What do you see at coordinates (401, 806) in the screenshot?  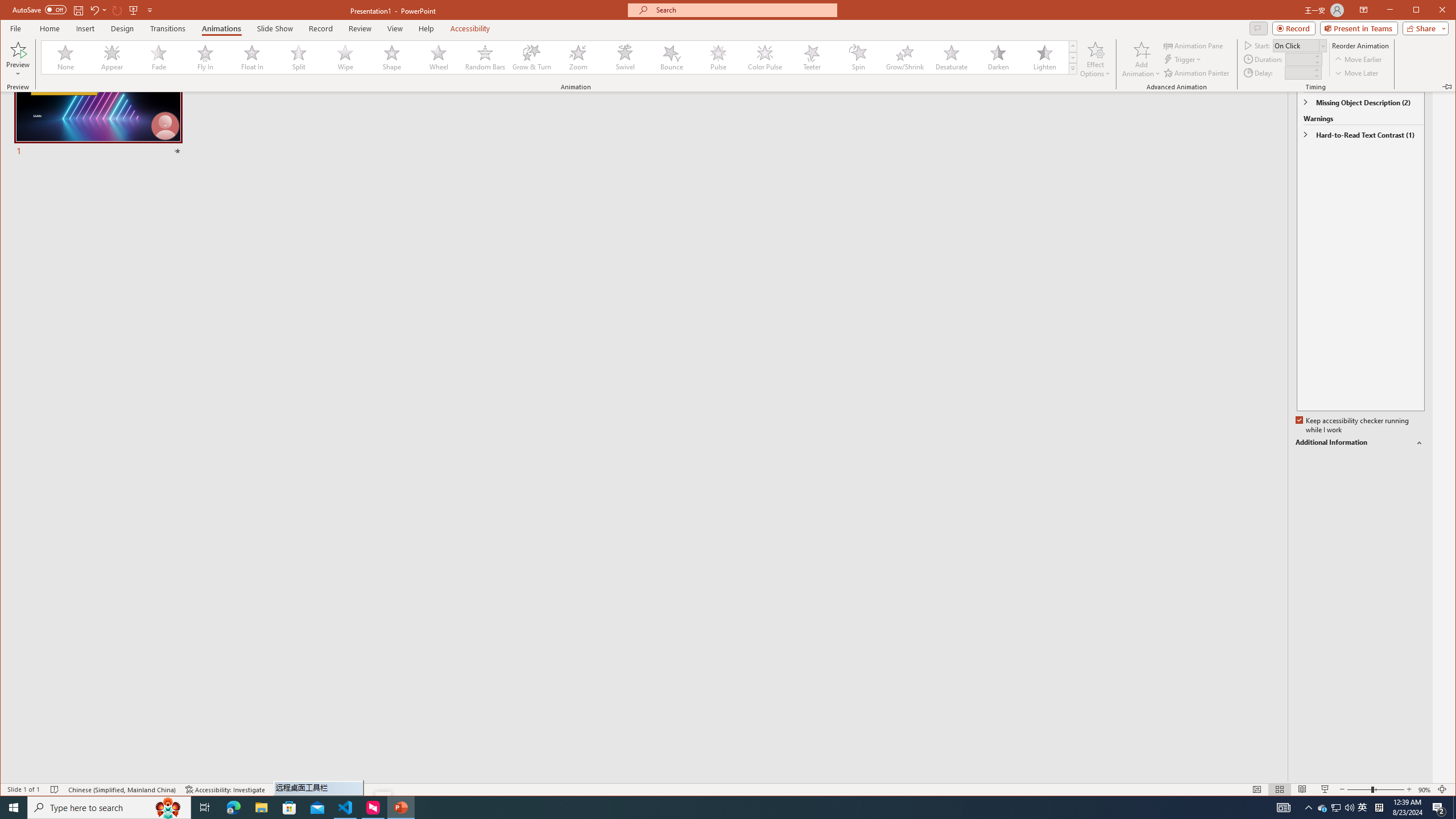 I see `'PowerPoint - 1 running window'` at bounding box center [401, 806].